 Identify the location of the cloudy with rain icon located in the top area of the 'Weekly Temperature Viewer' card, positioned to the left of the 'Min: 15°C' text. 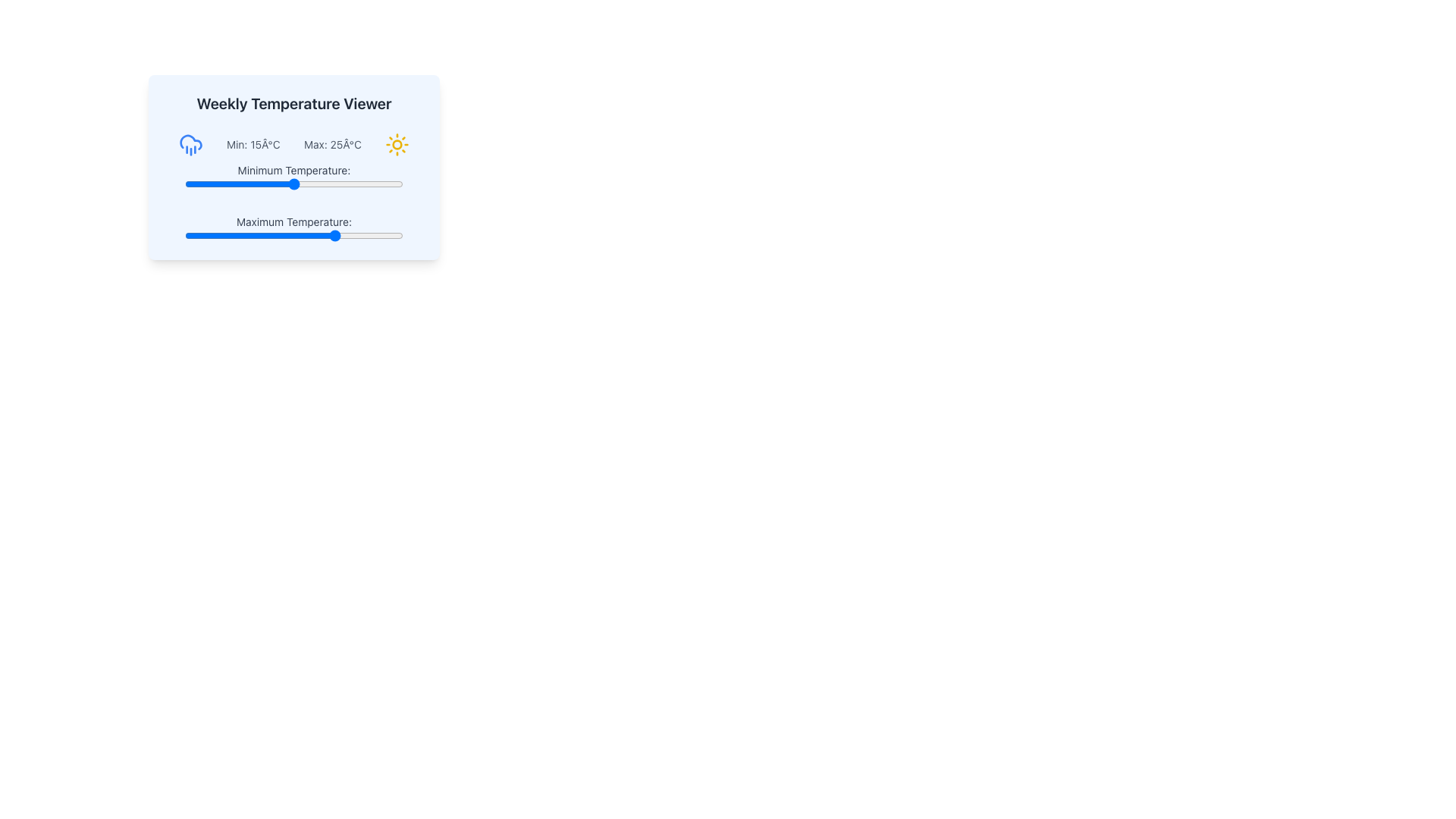
(190, 145).